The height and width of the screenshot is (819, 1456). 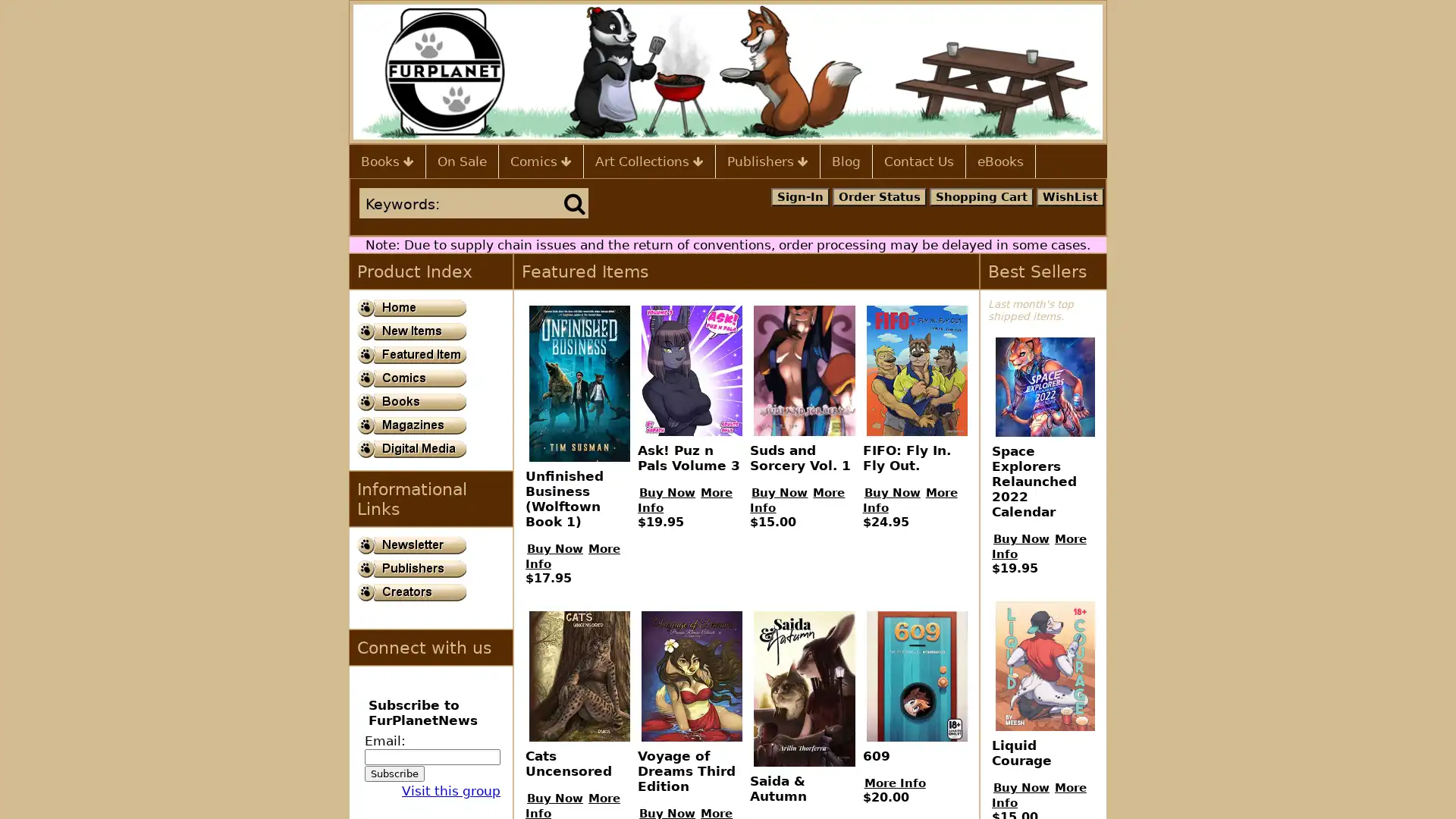 What do you see at coordinates (394, 773) in the screenshot?
I see `Subscribe` at bounding box center [394, 773].